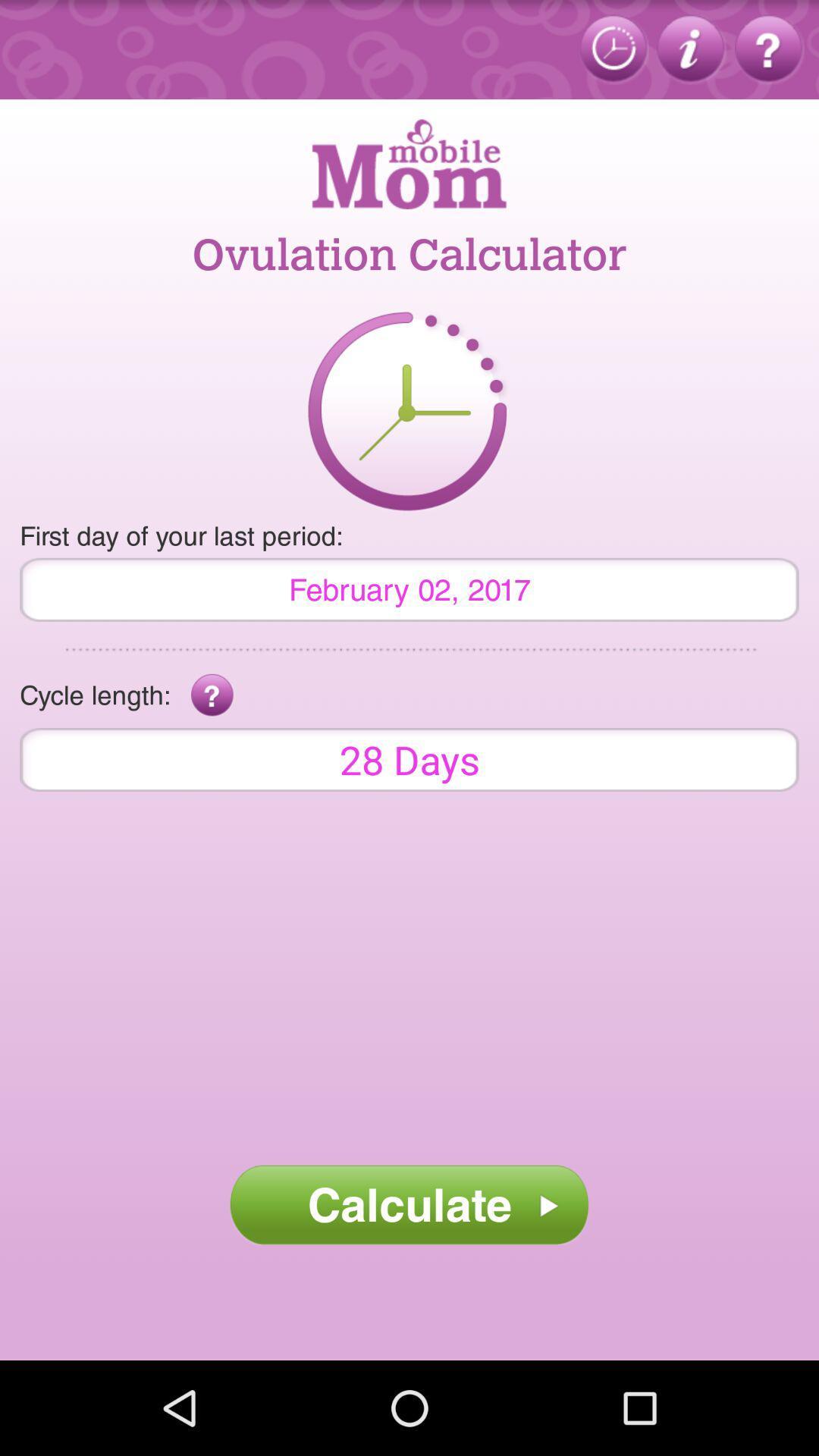  I want to click on app next to the cycle length: icon, so click(212, 695).